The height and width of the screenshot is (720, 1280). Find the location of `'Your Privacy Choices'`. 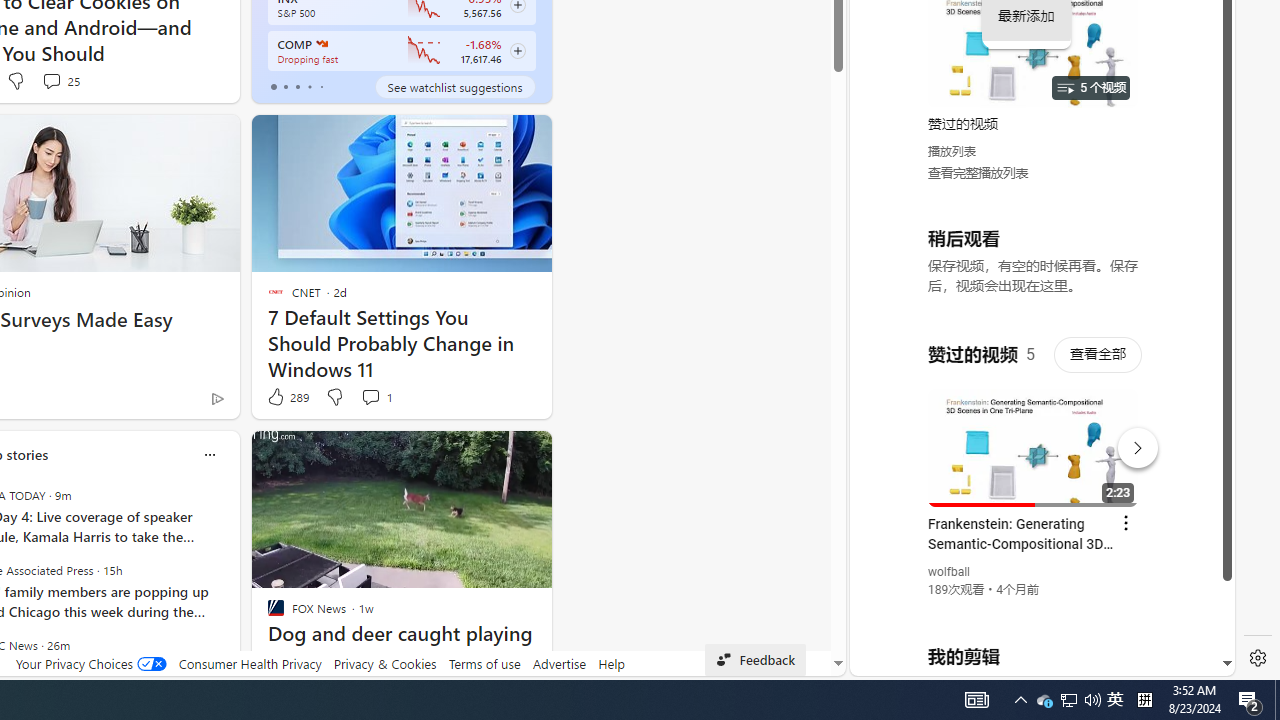

'Your Privacy Choices' is located at coordinates (89, 663).